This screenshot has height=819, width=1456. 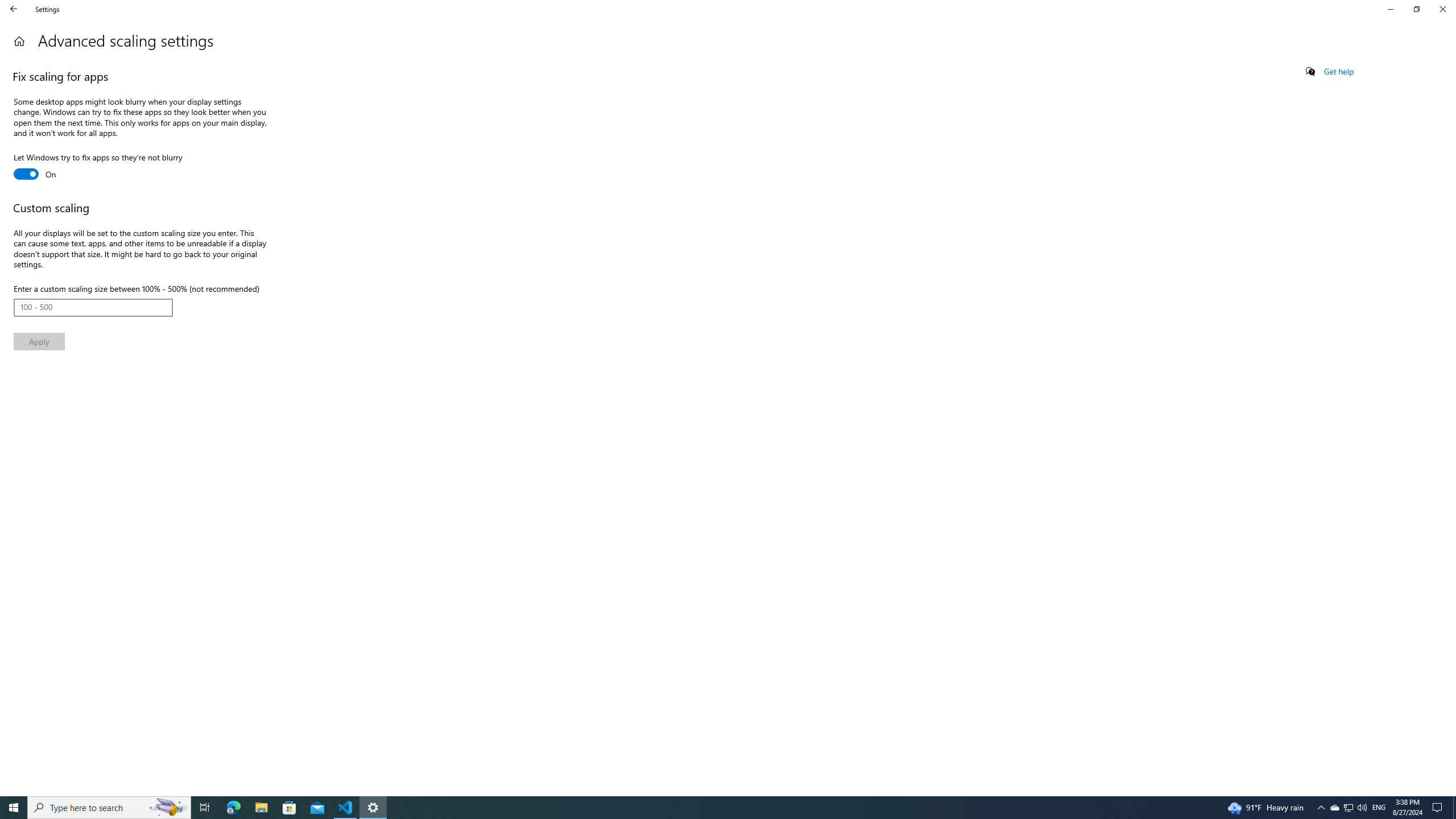 I want to click on 'Type here to search', so click(x=109, y=806).